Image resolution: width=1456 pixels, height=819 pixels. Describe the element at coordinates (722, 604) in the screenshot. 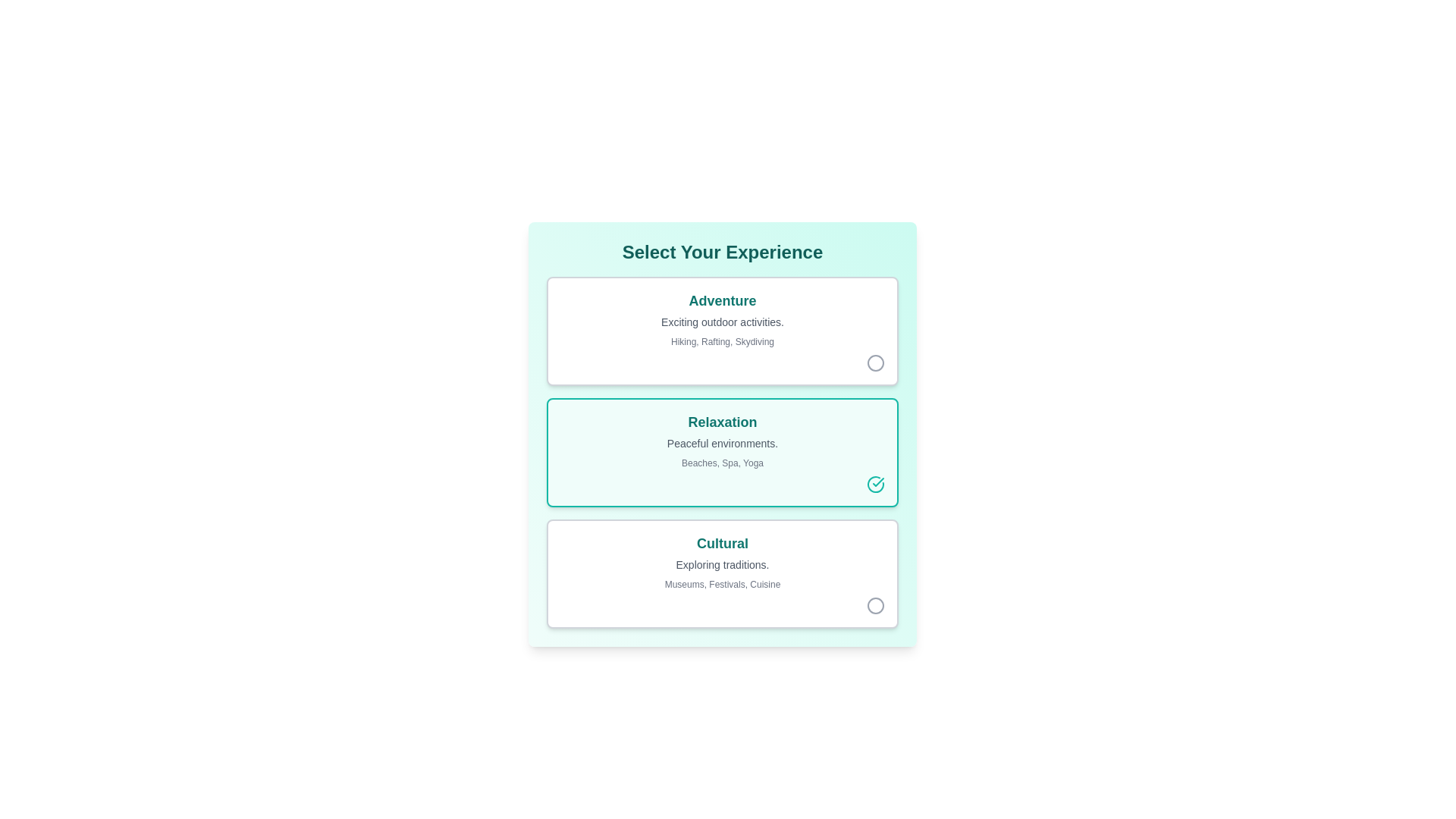

I see `the Selection Indicator located at the bottom of the 'Cultural' card, which is associated with the descriptions 'Exploring traditions.' and 'Museums, Festivals, Cuisine'` at that location.